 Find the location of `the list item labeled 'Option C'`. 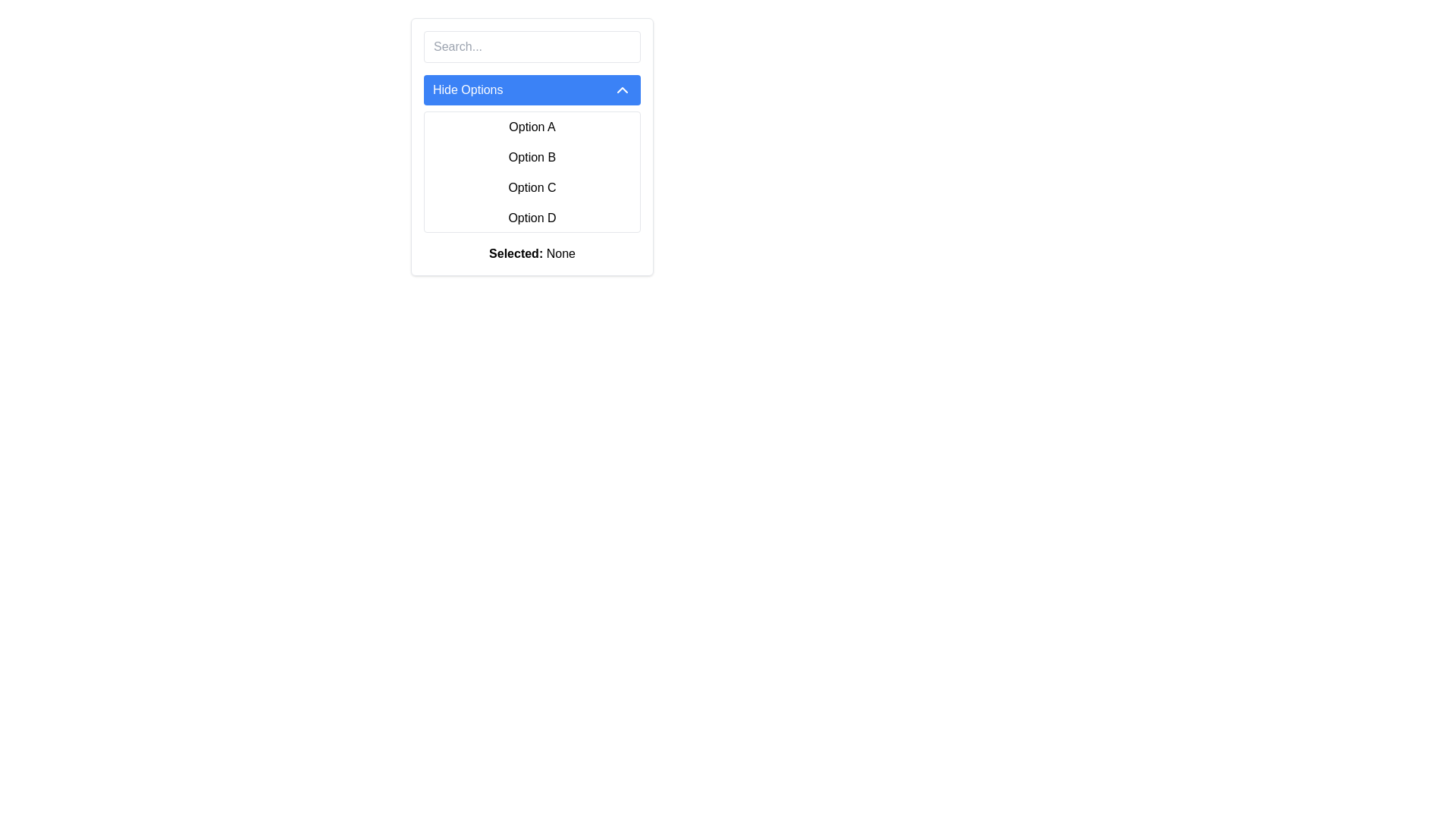

the list item labeled 'Option C' is located at coordinates (532, 187).